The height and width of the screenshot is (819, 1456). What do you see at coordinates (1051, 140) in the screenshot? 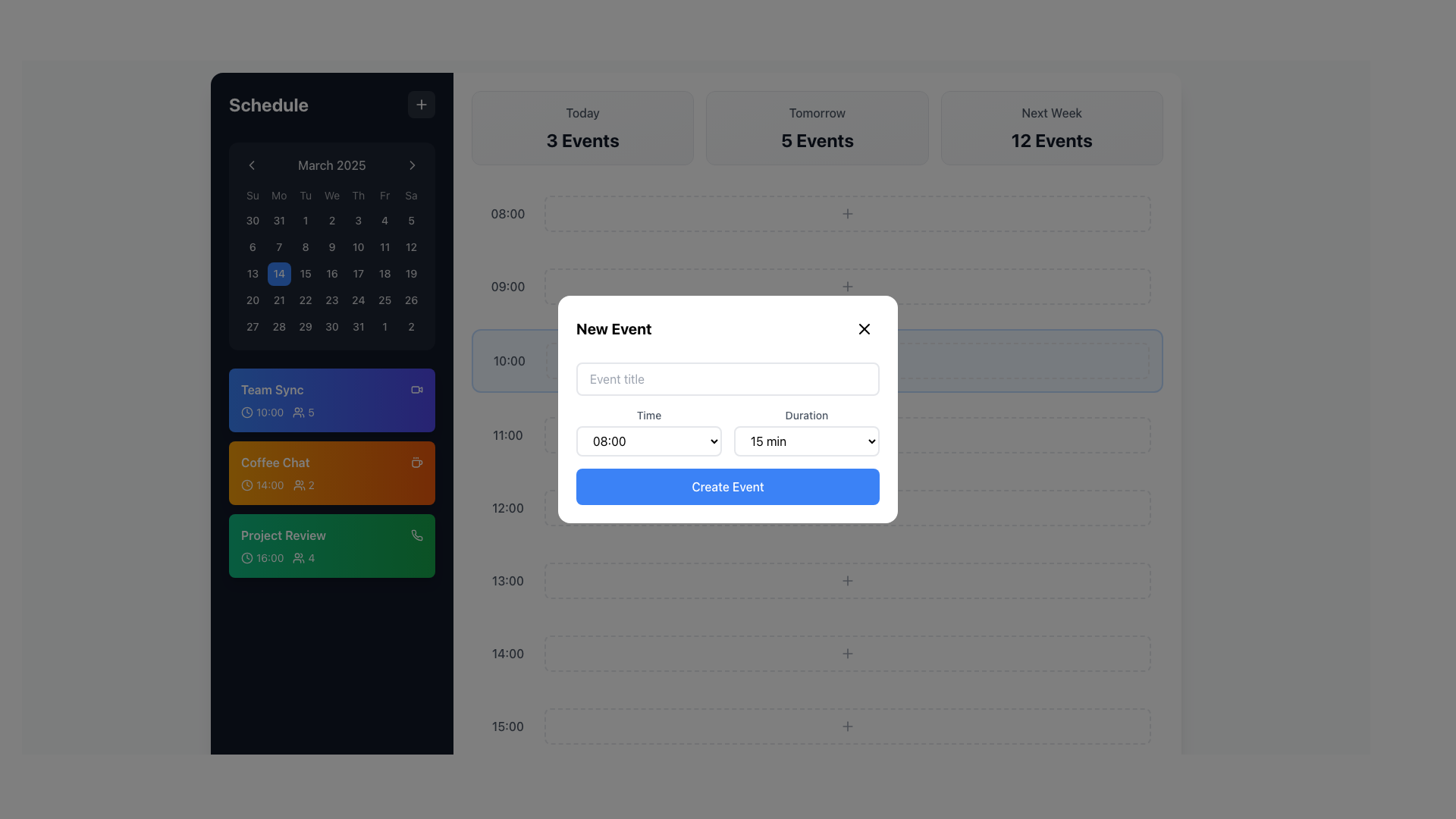
I see `the bold text label '12 Events' displayed in a large font size within the third card of the horizontal list` at bounding box center [1051, 140].